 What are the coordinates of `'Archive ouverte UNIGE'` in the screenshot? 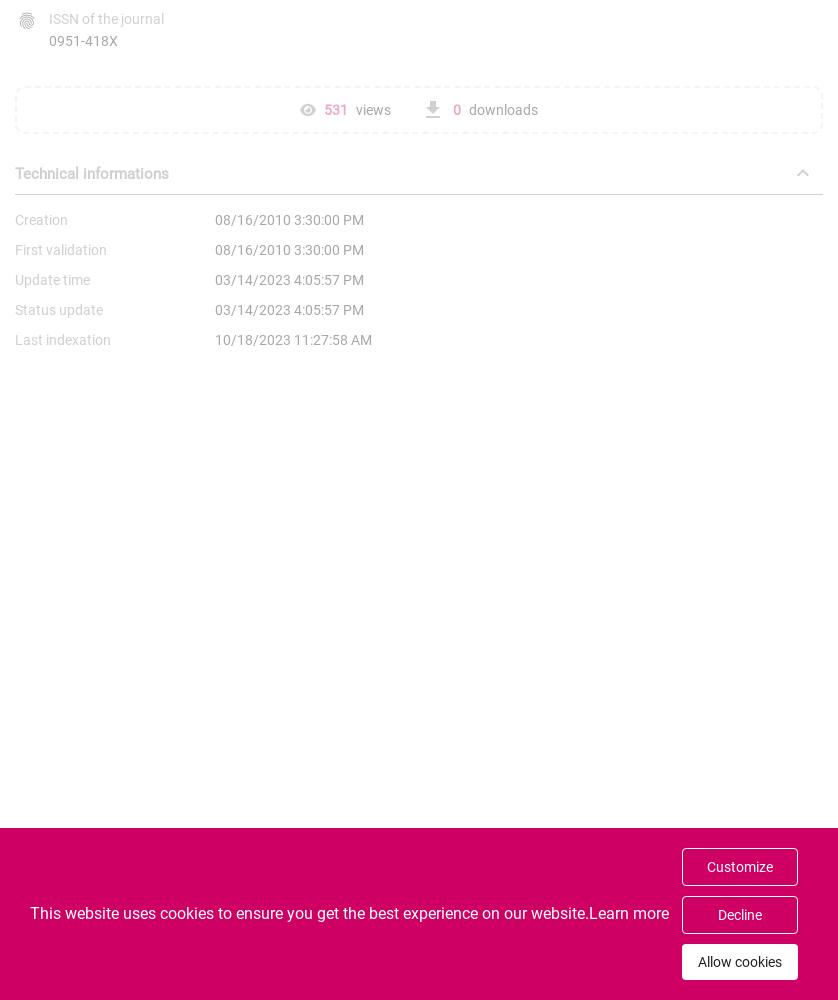 It's located at (405, 977).